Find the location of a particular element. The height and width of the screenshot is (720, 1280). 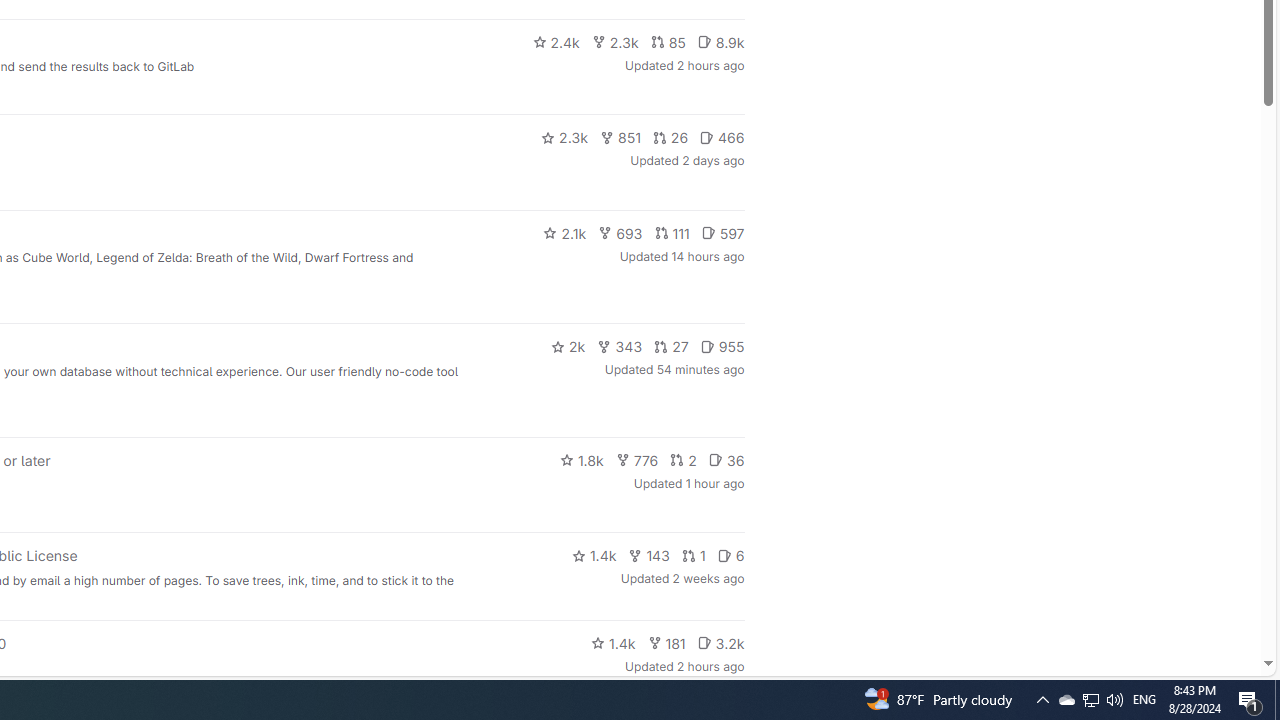

'85' is located at coordinates (668, 42).